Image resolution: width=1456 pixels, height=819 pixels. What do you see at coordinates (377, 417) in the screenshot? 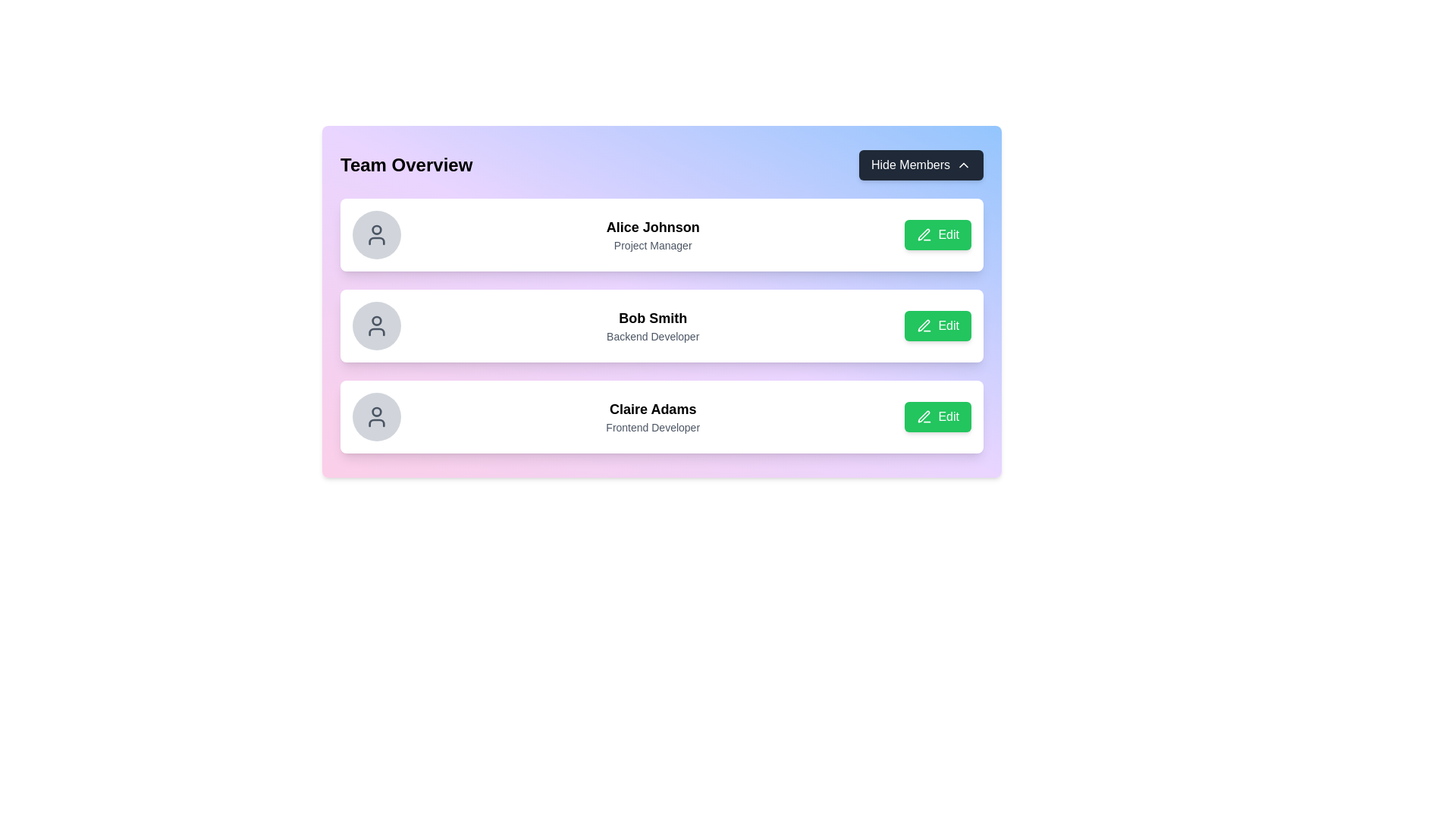
I see `the Avatar placeholder for the user profile of 'Claire Adams', located` at bounding box center [377, 417].